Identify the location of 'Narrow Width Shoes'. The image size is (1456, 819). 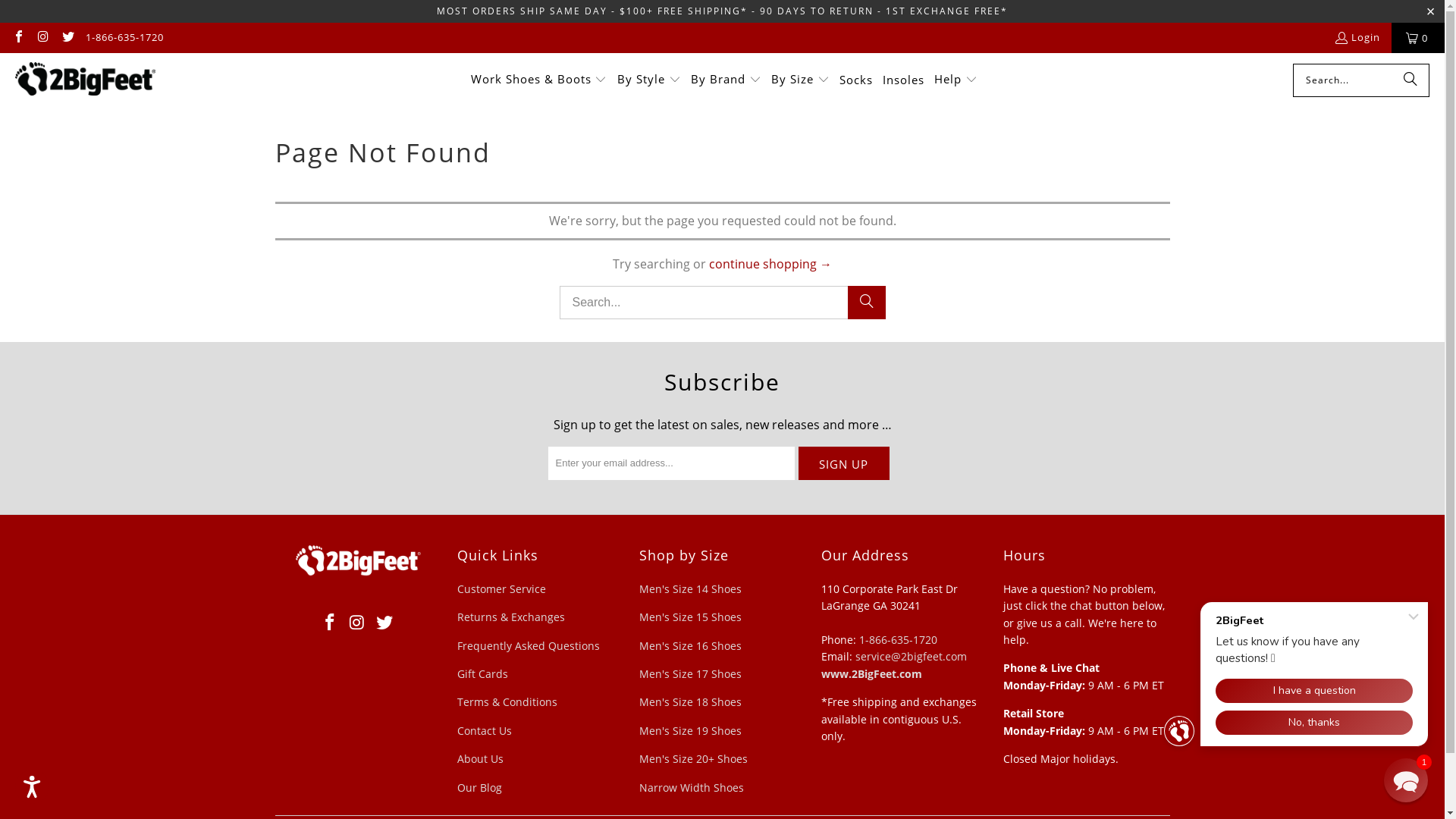
(690, 786).